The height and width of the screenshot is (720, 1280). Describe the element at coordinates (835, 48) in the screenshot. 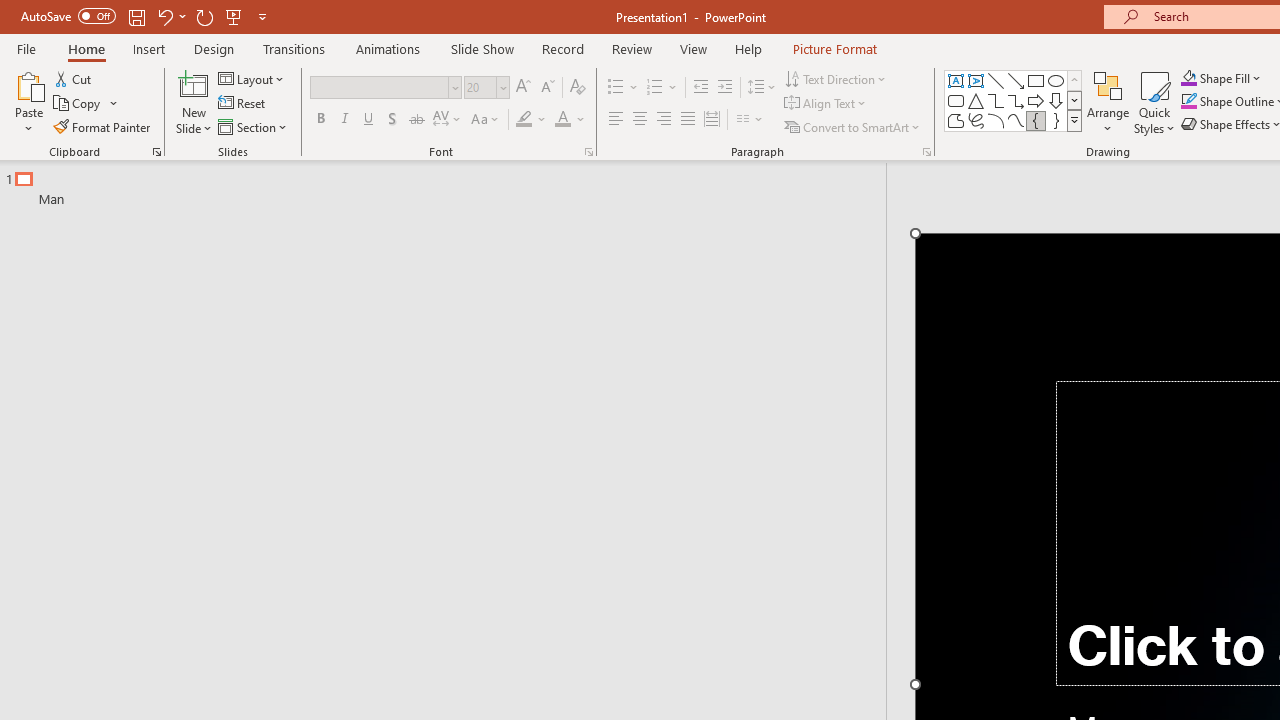

I see `'Picture Format'` at that location.